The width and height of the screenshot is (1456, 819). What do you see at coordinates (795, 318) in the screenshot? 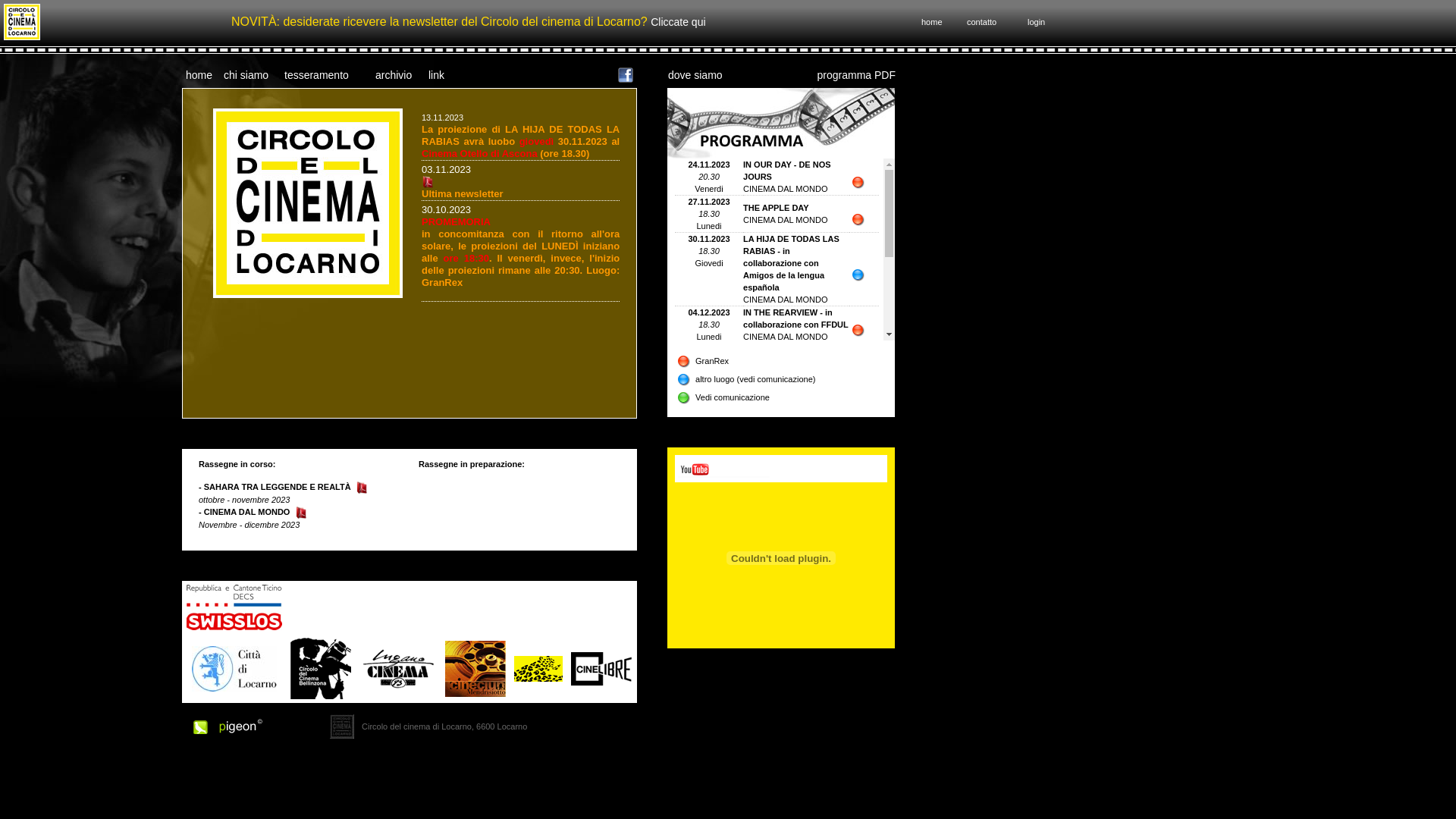
I see `'IN THE REARVIEW - in collaborazione con FFDUL'` at bounding box center [795, 318].